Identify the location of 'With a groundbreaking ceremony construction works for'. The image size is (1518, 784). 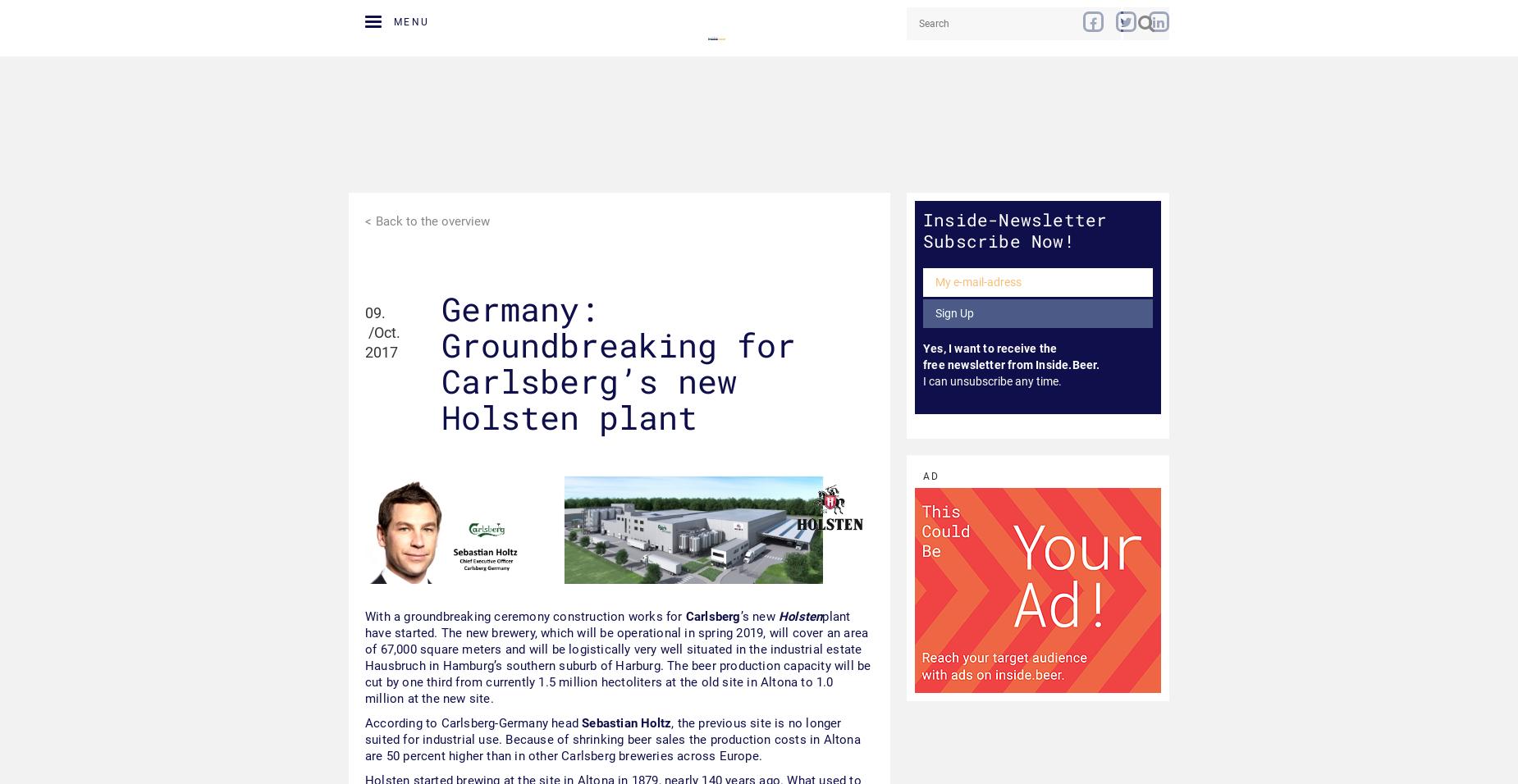
(524, 615).